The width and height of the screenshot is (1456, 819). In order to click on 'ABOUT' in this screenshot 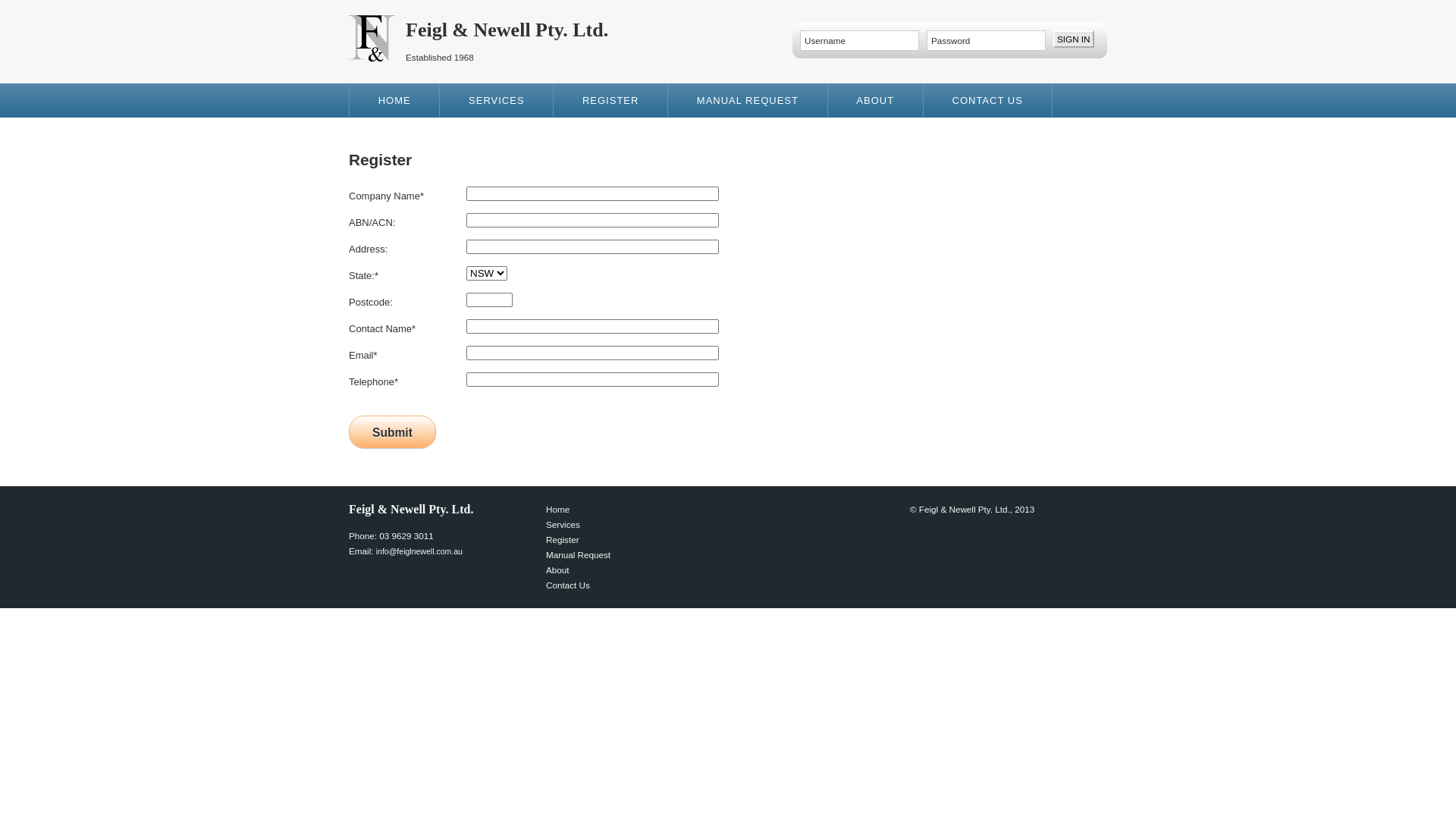, I will do `click(876, 99)`.